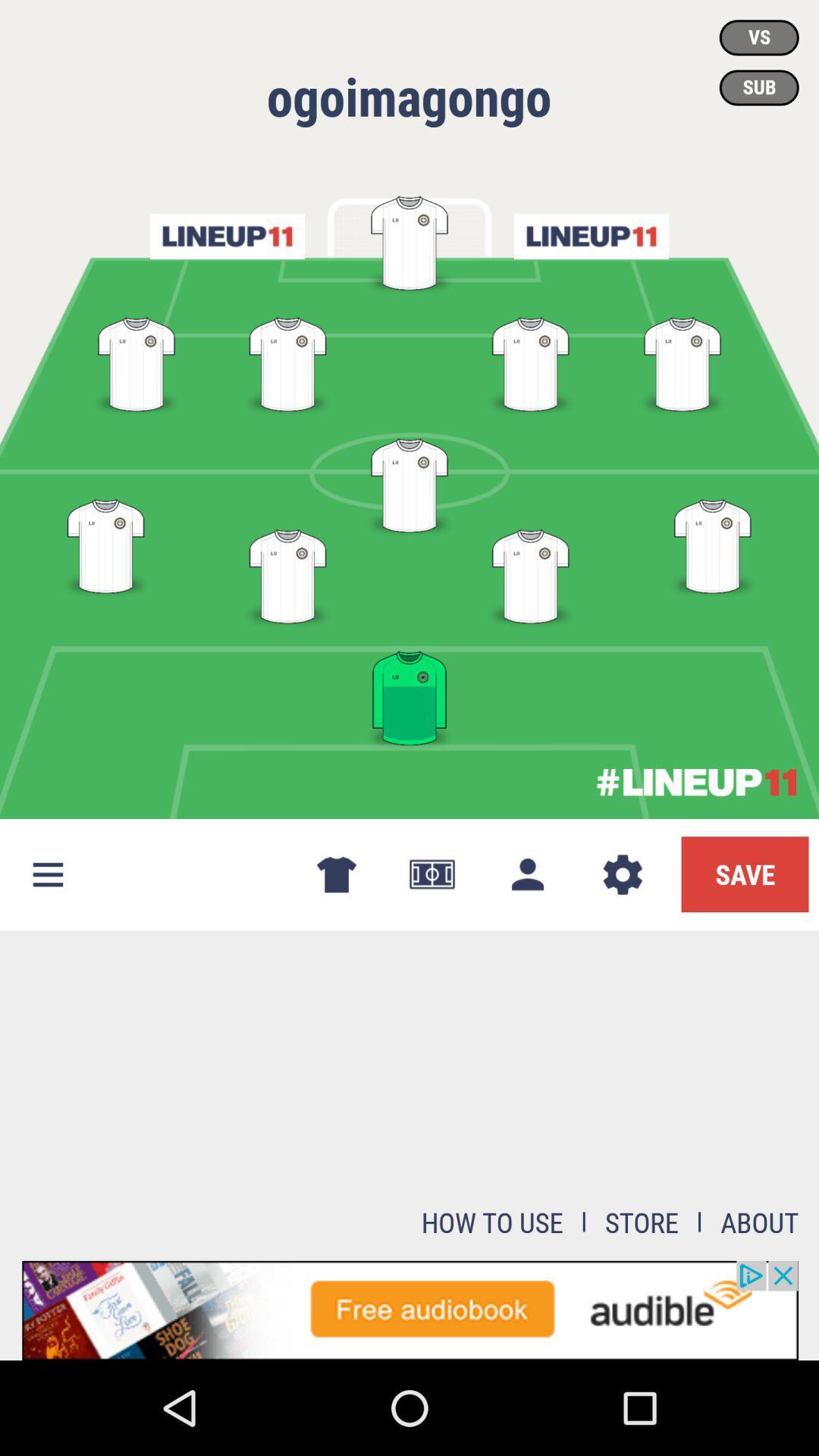 The image size is (819, 1456). What do you see at coordinates (432, 874) in the screenshot?
I see `the icon which is before profile icon` at bounding box center [432, 874].